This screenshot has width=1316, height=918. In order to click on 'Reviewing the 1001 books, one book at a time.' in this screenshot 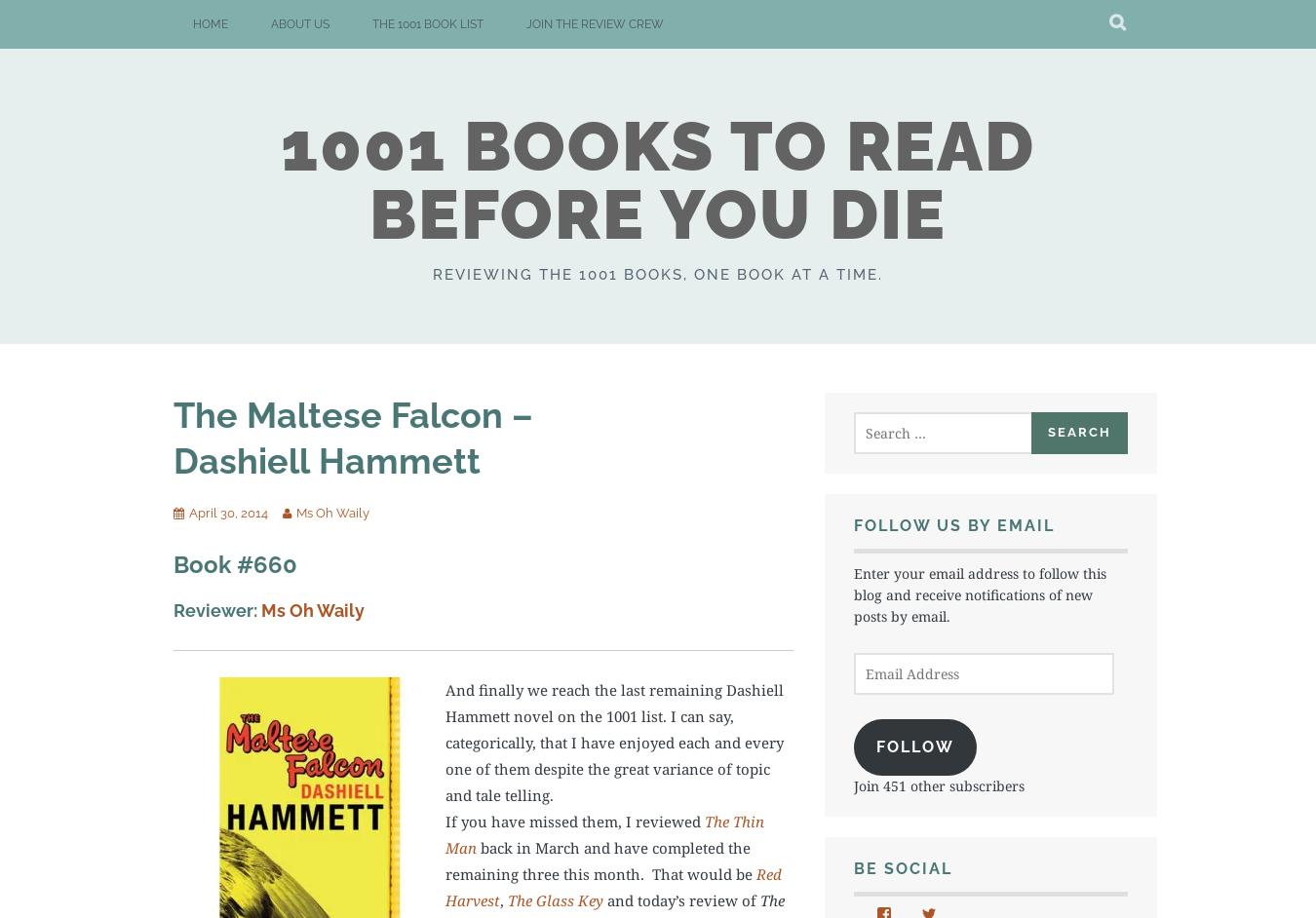, I will do `click(658, 272)`.